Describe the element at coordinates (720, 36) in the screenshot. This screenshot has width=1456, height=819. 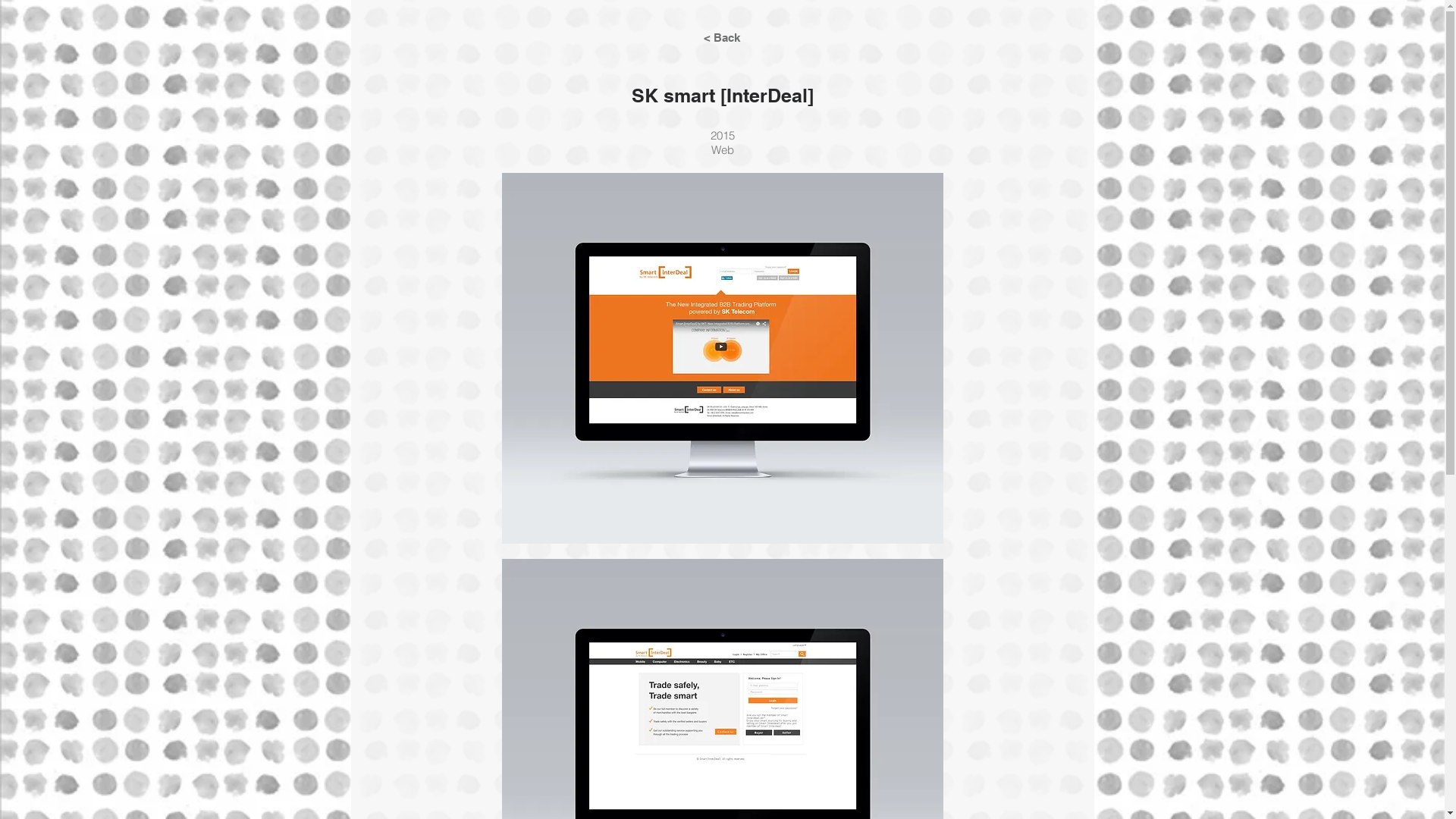
I see `'< Back'` at that location.